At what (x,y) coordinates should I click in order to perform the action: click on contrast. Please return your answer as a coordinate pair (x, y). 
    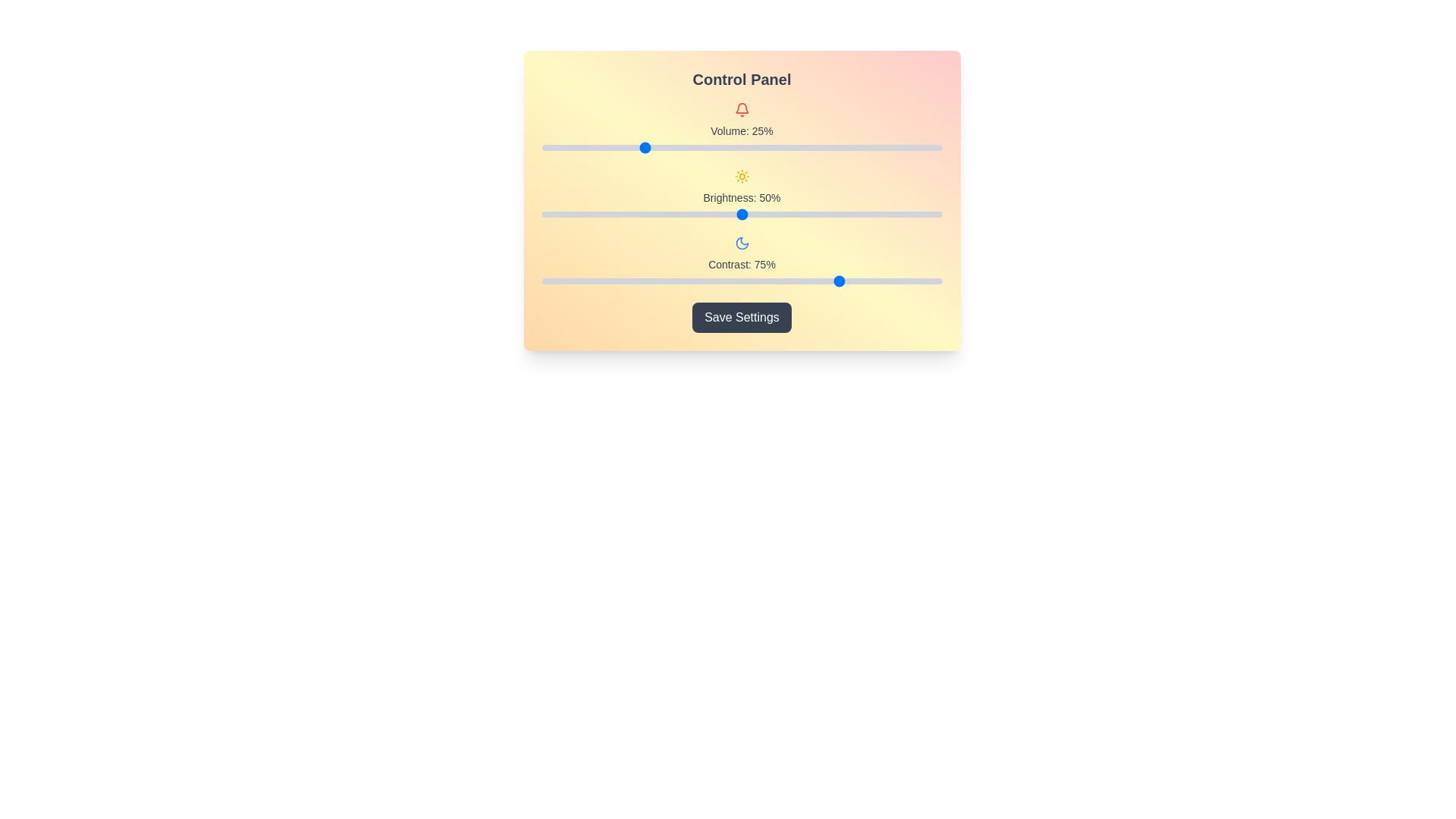
    Looking at the image, I should click on (622, 281).